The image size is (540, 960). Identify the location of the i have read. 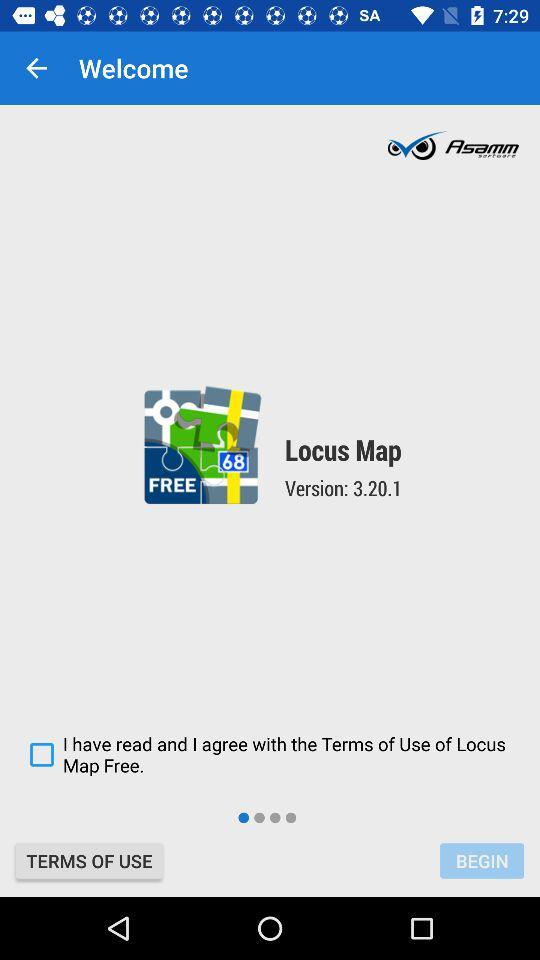
(270, 753).